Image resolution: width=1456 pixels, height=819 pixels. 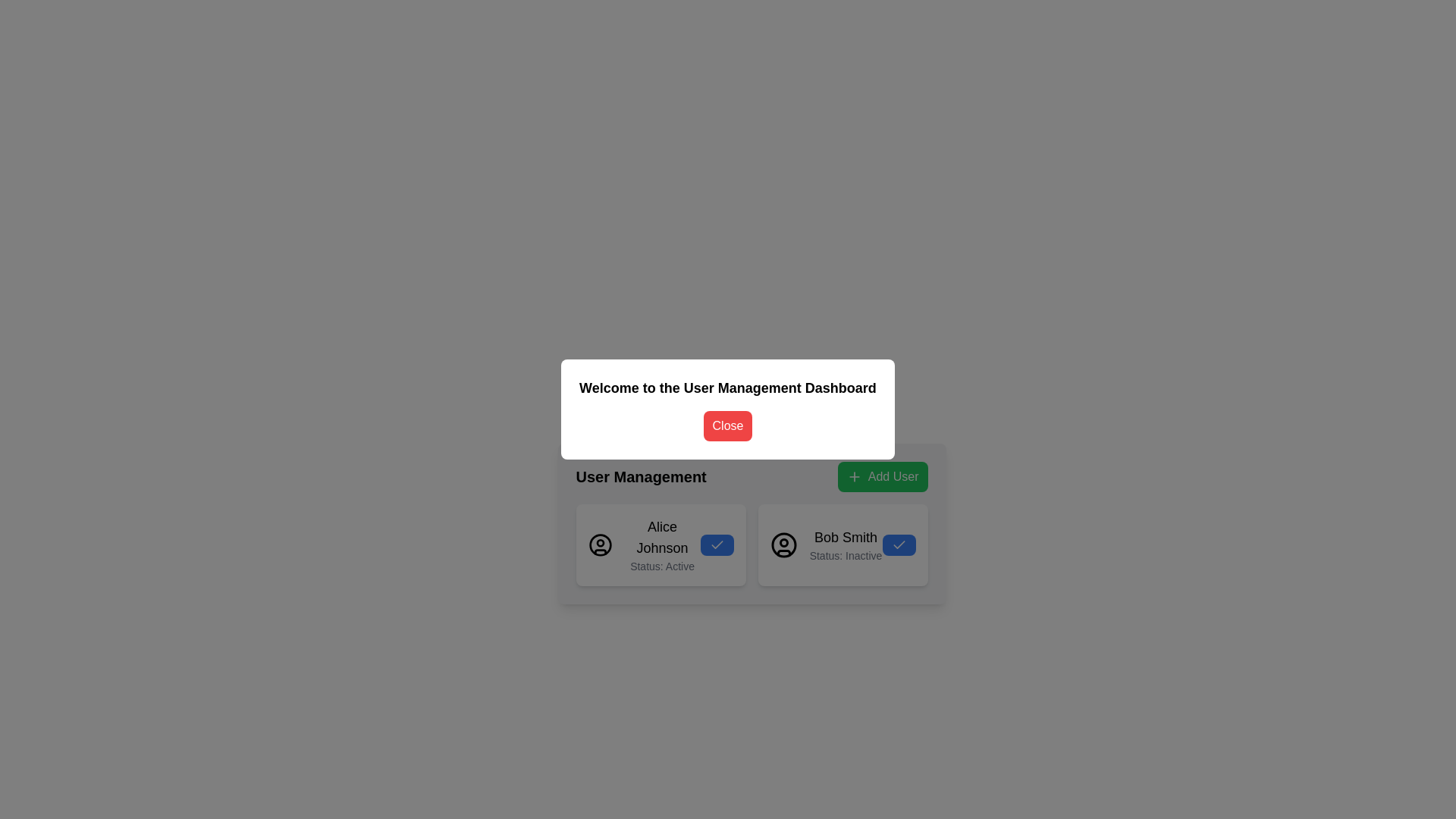 What do you see at coordinates (728, 409) in the screenshot?
I see `the 'Close' button in the centered modal dialog box of the User Management Dashboard` at bounding box center [728, 409].